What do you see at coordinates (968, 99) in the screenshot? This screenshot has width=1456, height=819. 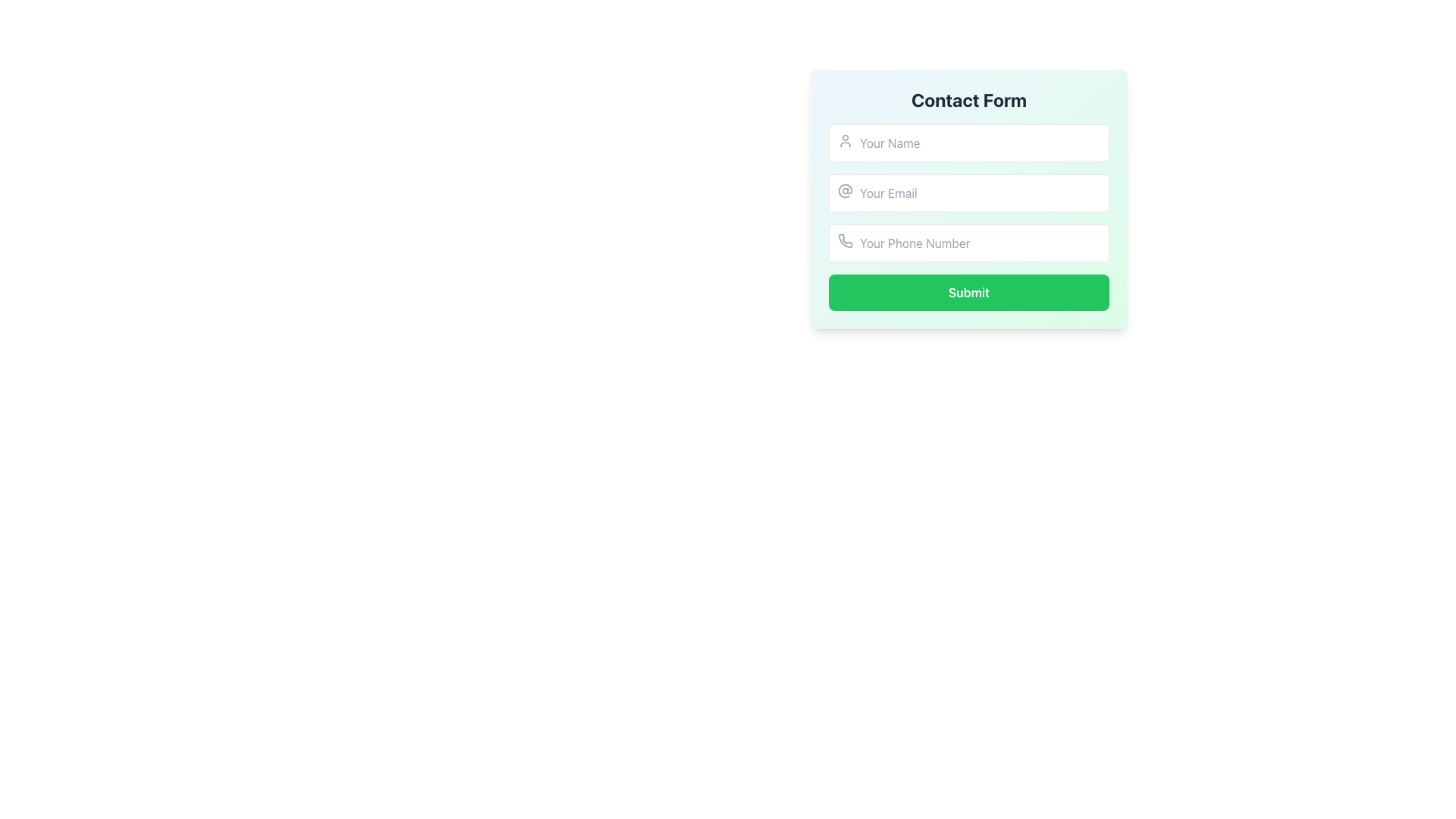 I see `the Static Text element that serves as the title for the contact form, which is positioned at the upper section of a card with a gradient background` at bounding box center [968, 99].